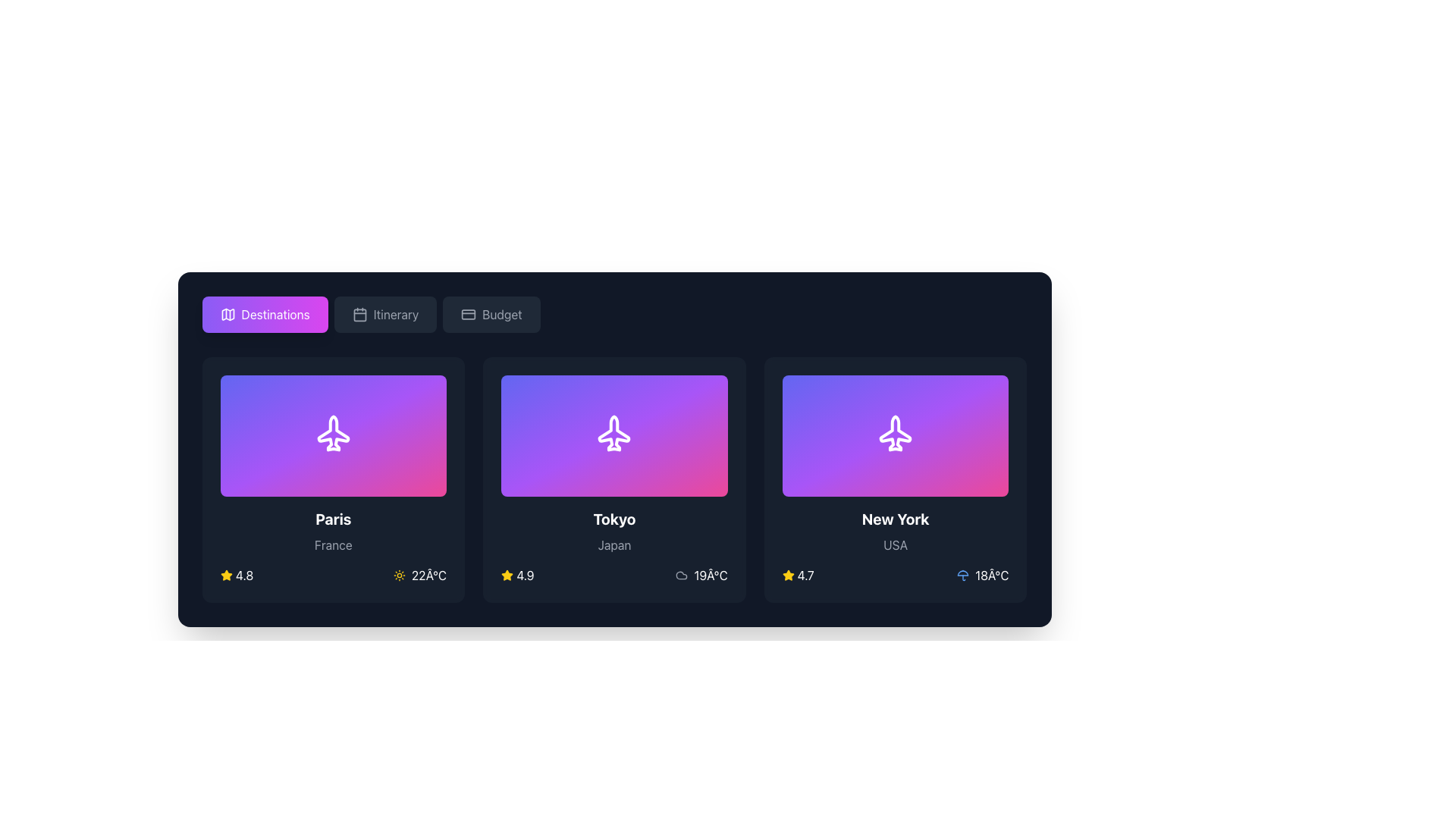 Image resolution: width=1456 pixels, height=819 pixels. What do you see at coordinates (332, 544) in the screenshot?
I see `the static text label reading 'France' that is positioned below the label 'Paris' and above the temperature and rating information` at bounding box center [332, 544].